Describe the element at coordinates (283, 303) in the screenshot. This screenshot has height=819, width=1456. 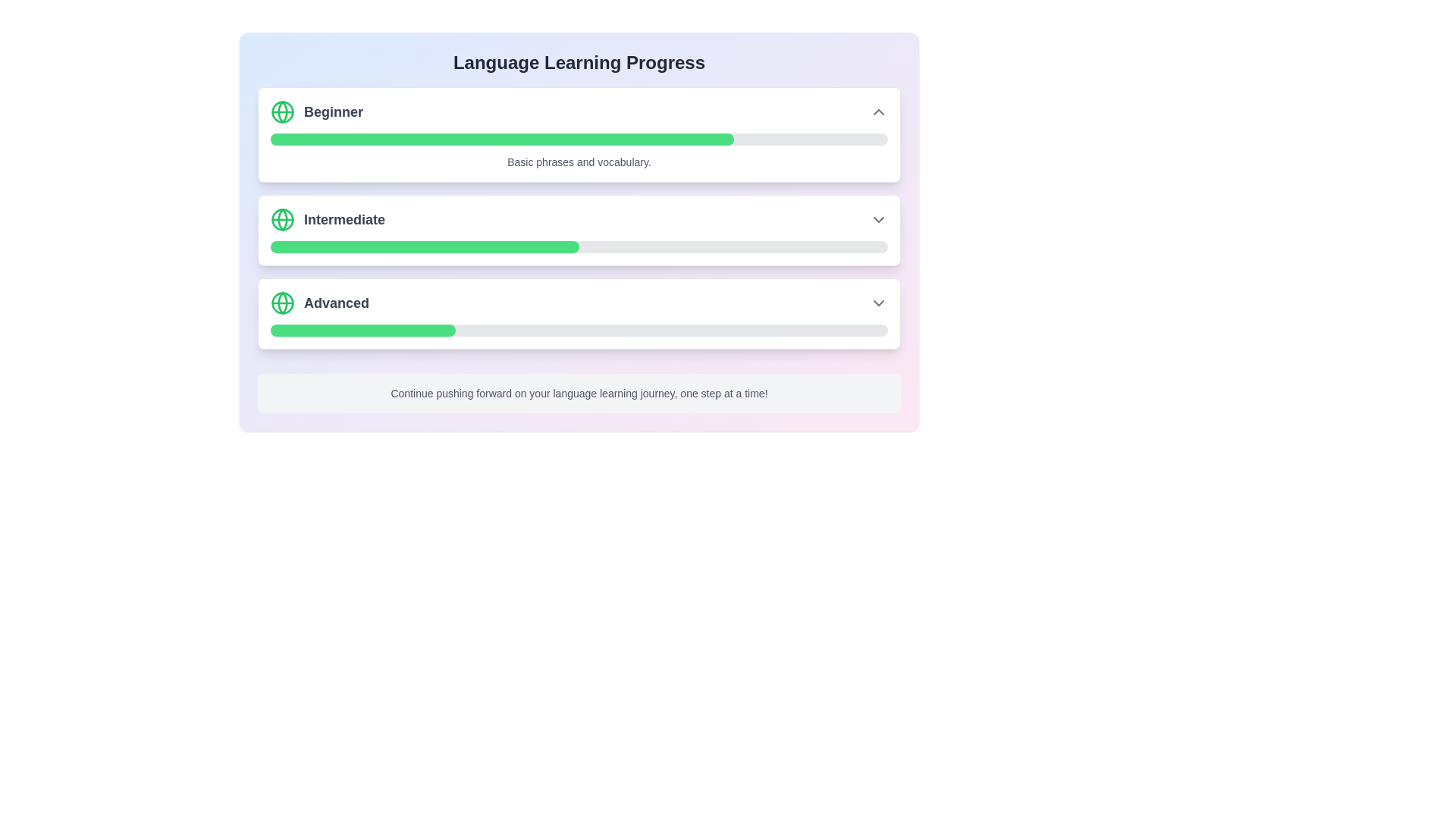
I see `the globe icon that identifies the 'Advanced' section, positioned to the left of the 'Advanced' text in the language learning levels list` at that location.